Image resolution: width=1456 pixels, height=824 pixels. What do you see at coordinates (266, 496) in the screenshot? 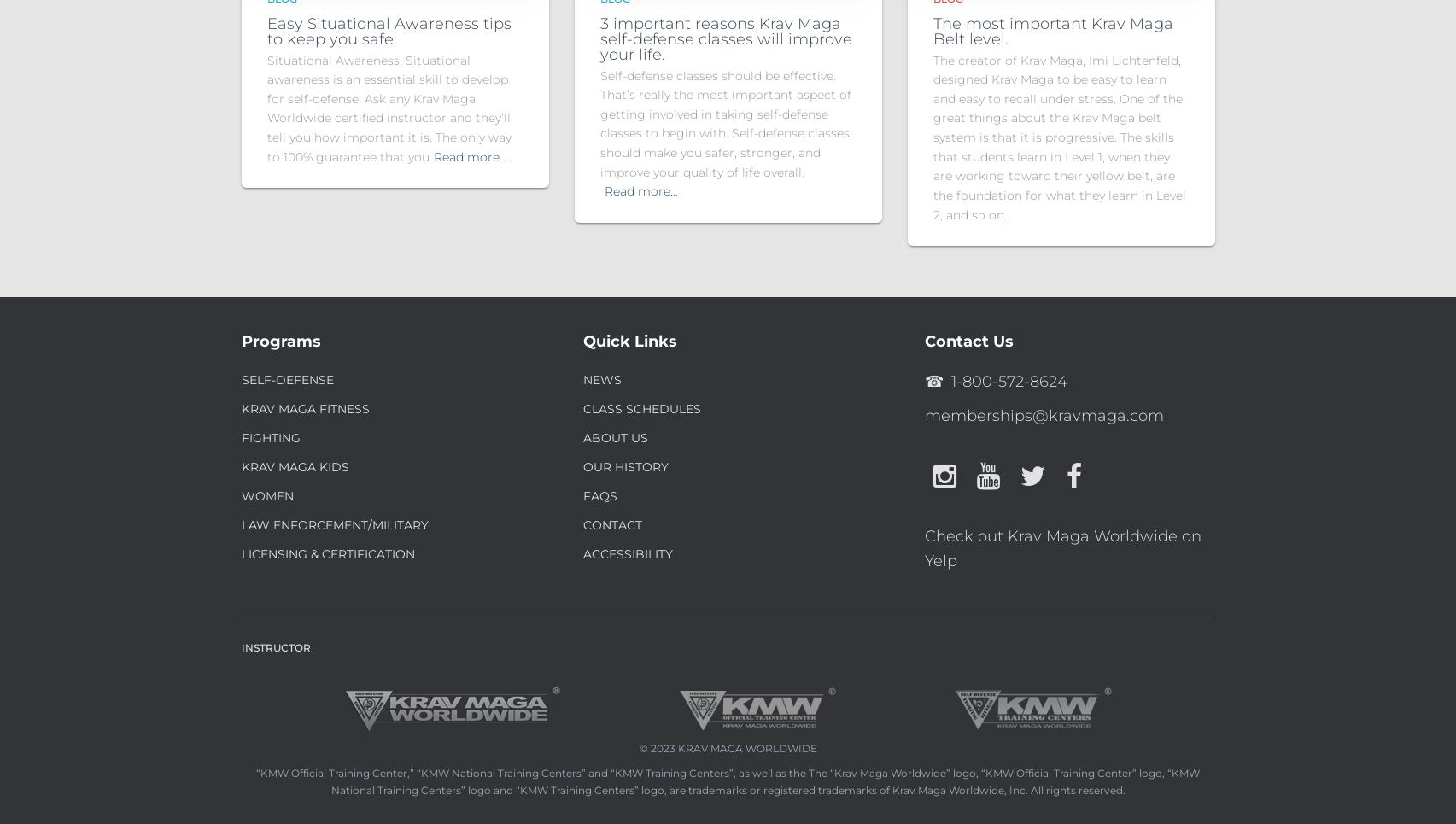
I see `'Women'` at bounding box center [266, 496].